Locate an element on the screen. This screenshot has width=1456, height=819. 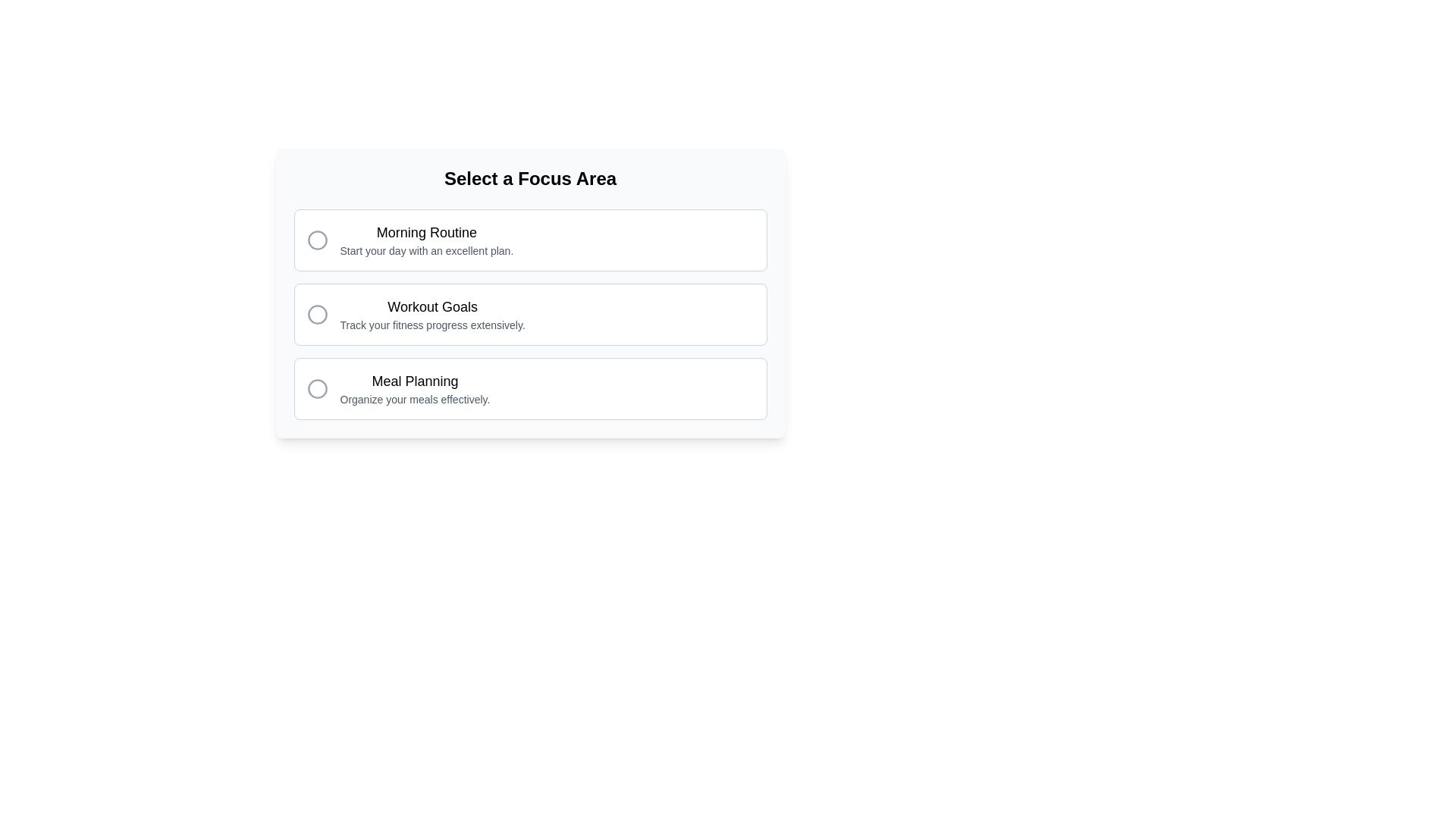
text block titled 'Workout Goals' which is the second option under 'Select a Focus Area' is located at coordinates (431, 314).